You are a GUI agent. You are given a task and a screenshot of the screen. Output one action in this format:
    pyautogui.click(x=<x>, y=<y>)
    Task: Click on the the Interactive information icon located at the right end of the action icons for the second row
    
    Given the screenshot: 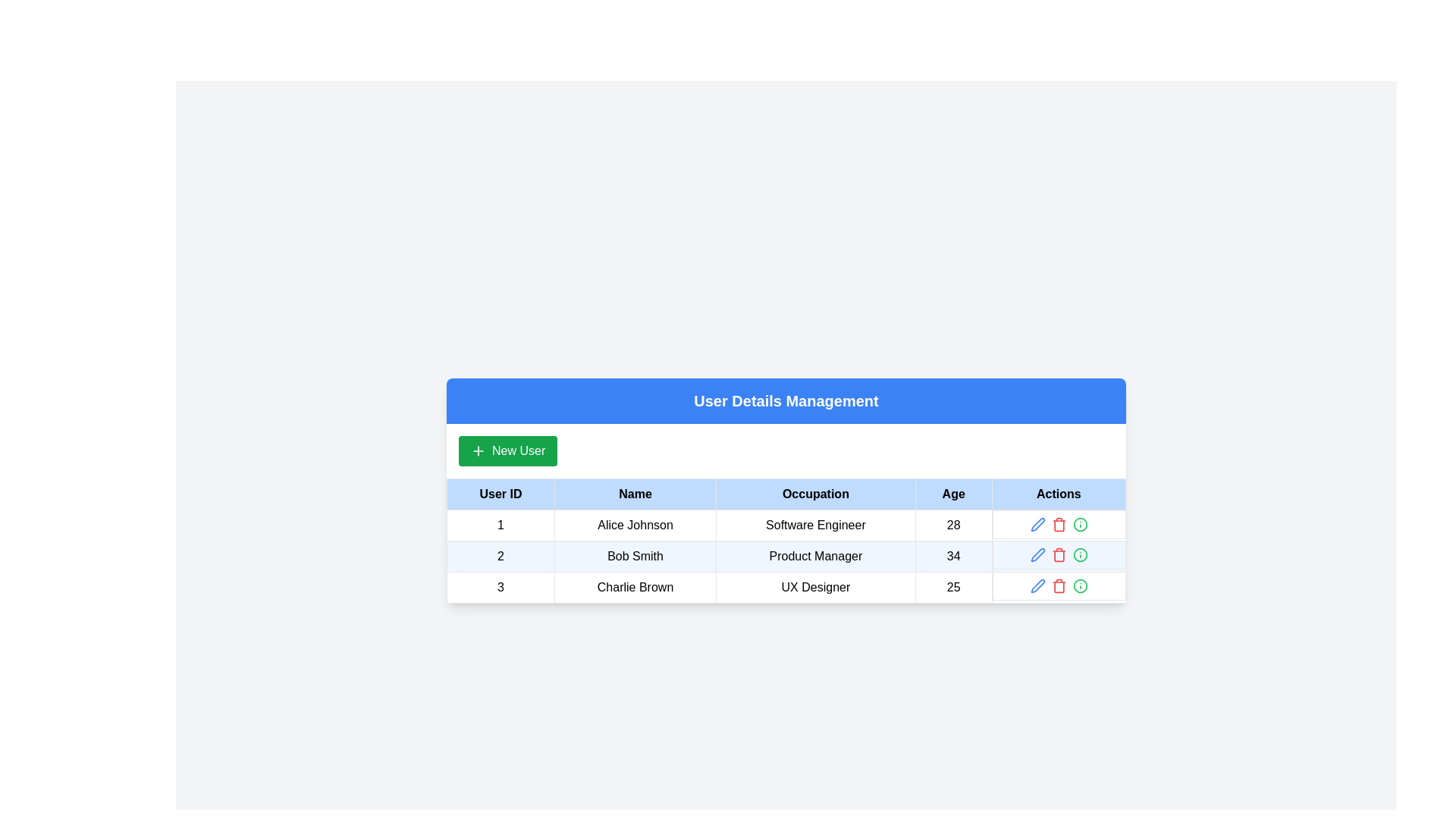 What is the action you would take?
    pyautogui.click(x=1079, y=555)
    